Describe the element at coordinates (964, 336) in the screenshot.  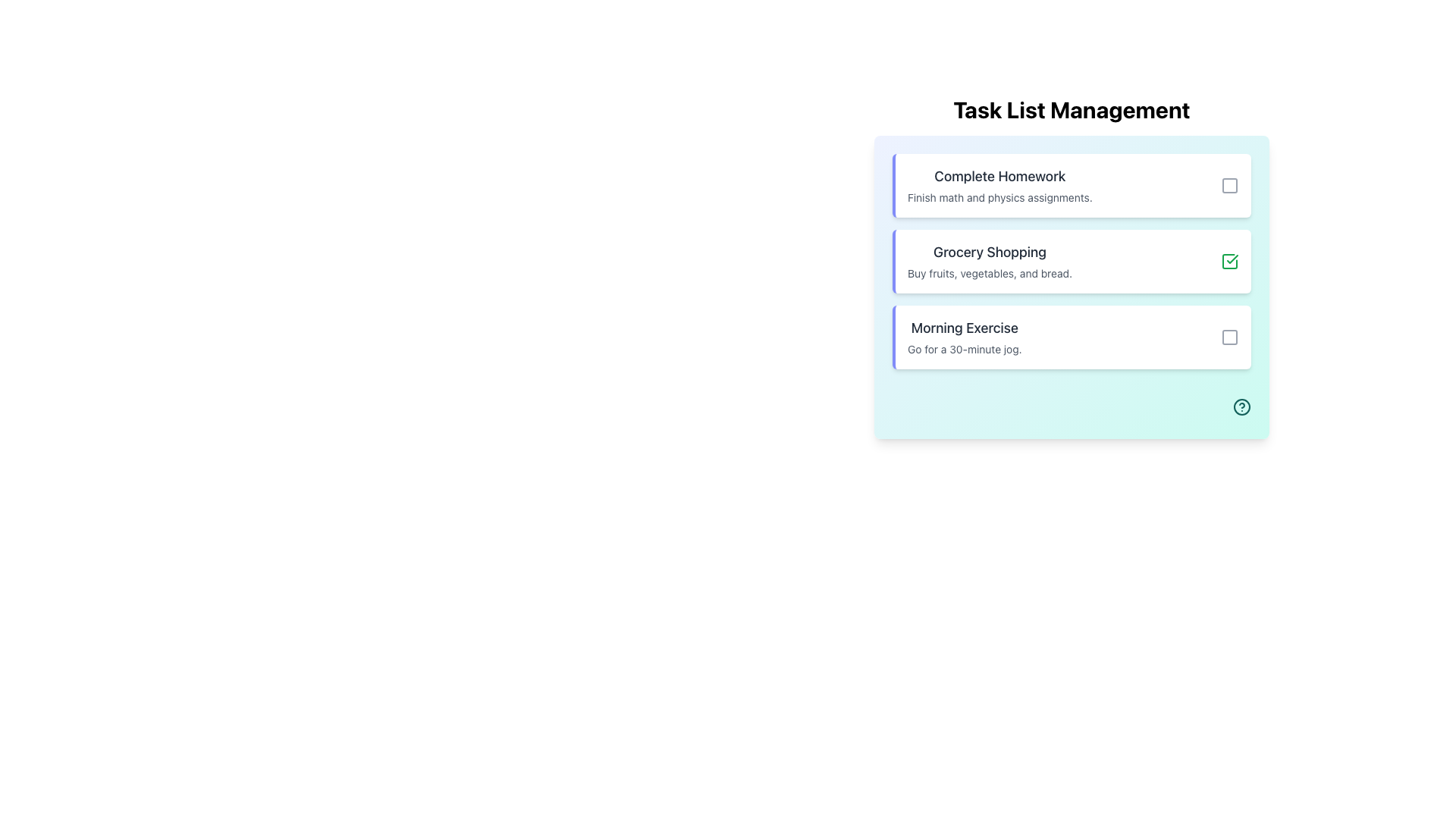
I see `title 'Morning Exercise' and the task description 'Go for a 30-minute jog.' from the Text Label element located in the third card of the task list under 'Task List Management.'` at that location.